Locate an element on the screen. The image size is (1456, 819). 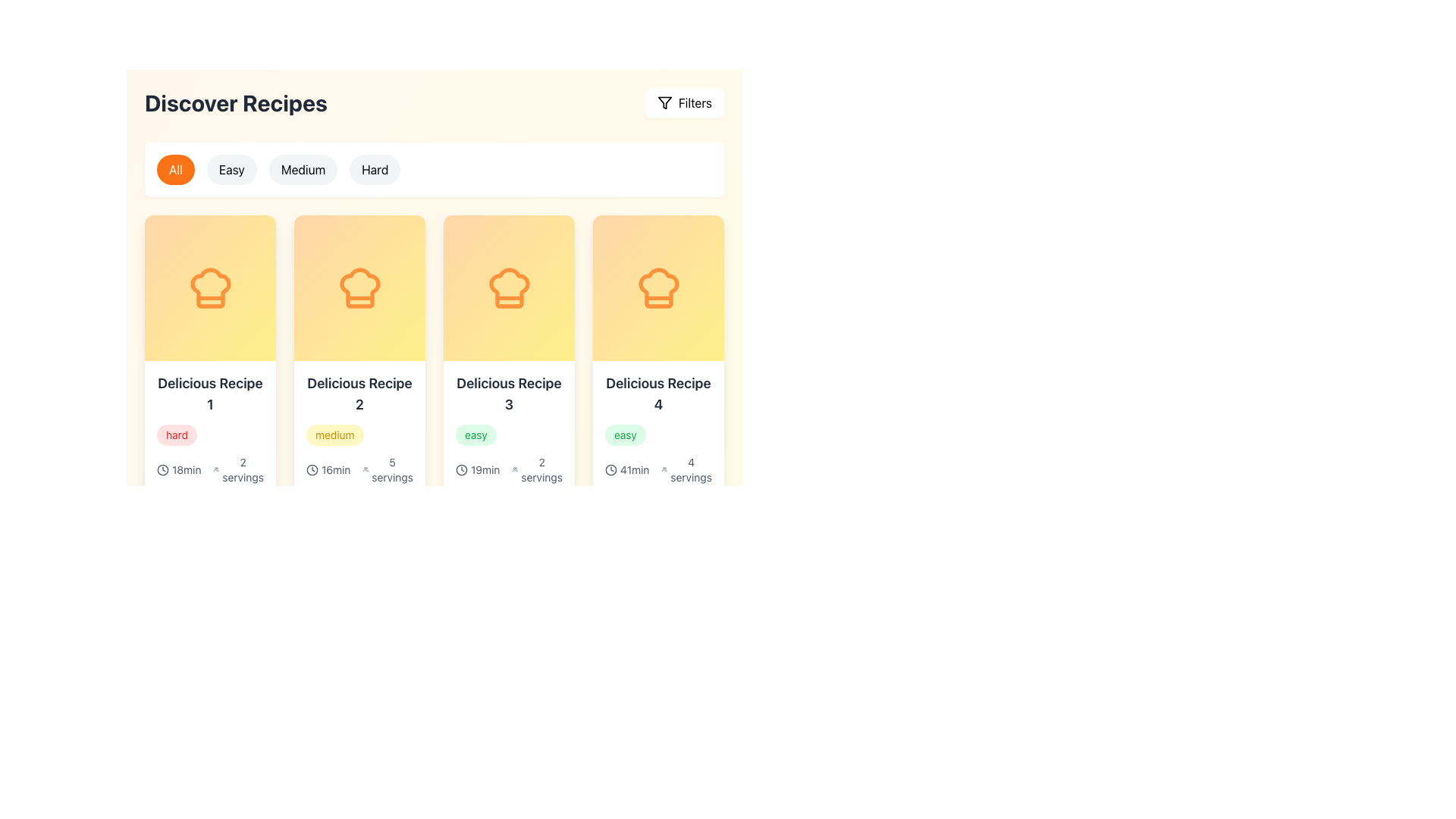
the recipe card displaying 'Delicious Recipe 1' with a light background and rounded corners, located at the top-left position in the grid is located at coordinates (209, 447).